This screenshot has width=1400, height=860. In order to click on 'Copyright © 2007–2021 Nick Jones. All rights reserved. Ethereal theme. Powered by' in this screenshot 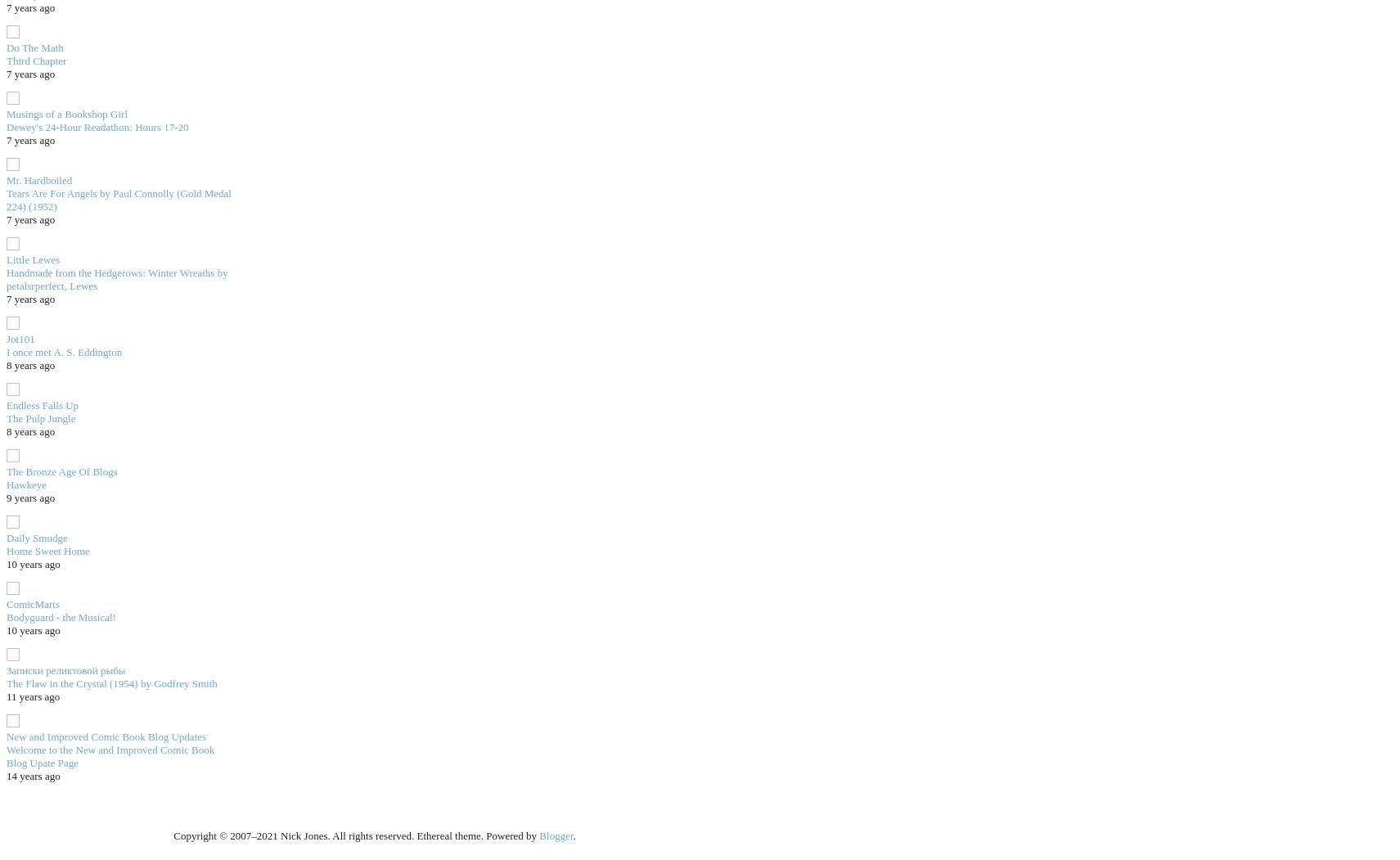, I will do `click(172, 835)`.